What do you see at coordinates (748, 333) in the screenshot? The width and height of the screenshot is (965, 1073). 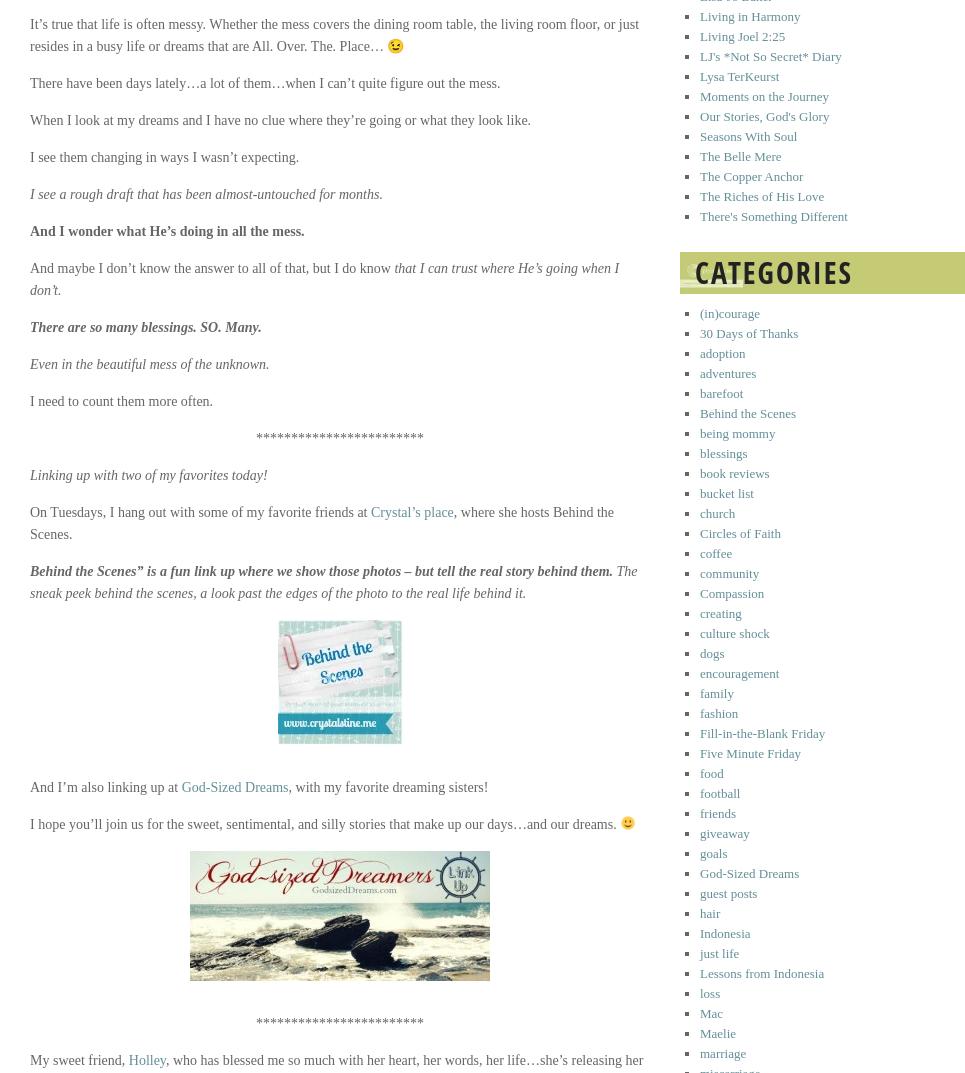 I see `'30 Days of Thanks'` at bounding box center [748, 333].